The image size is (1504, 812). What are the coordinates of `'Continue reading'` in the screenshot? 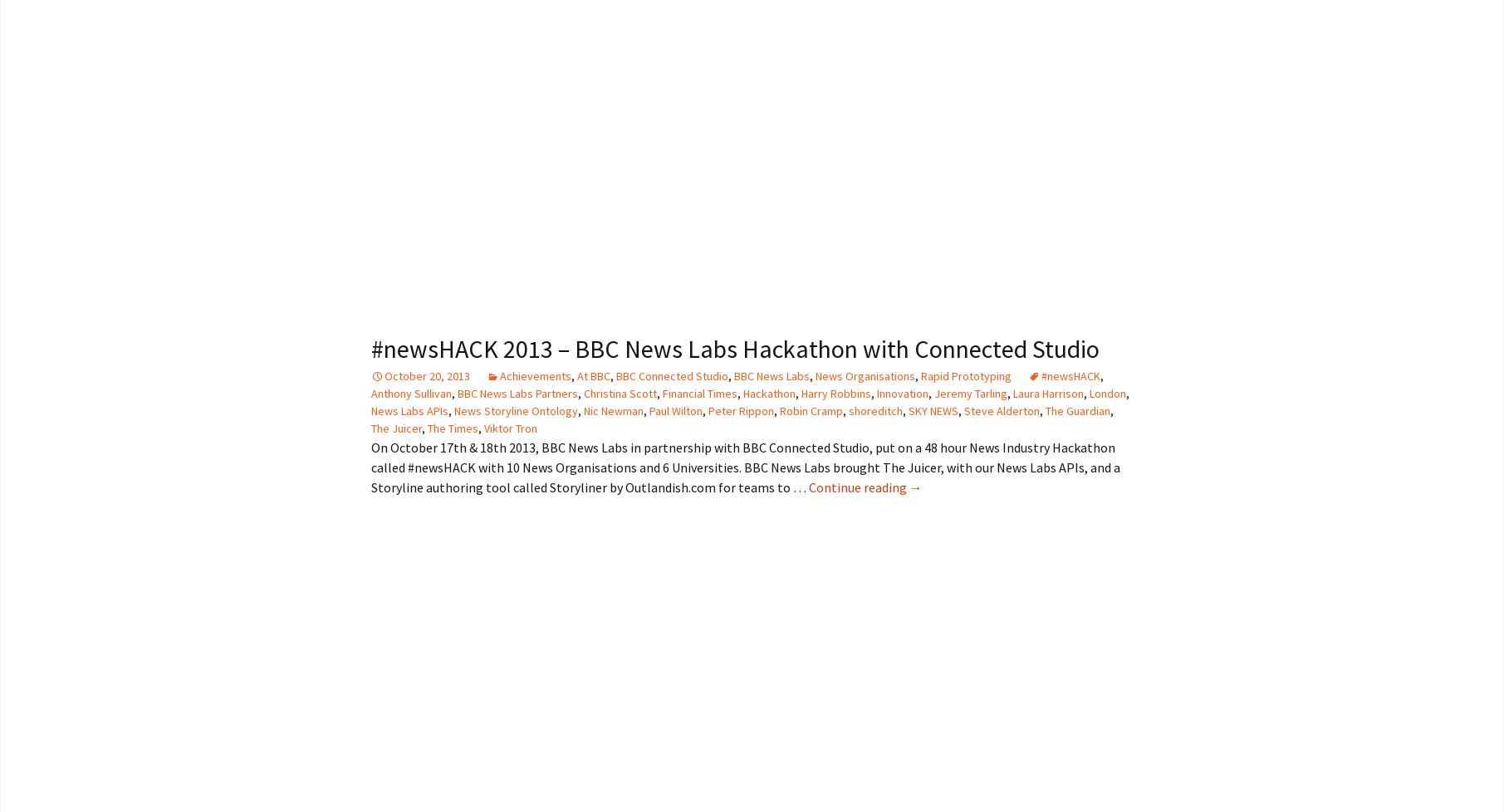 It's located at (807, 487).